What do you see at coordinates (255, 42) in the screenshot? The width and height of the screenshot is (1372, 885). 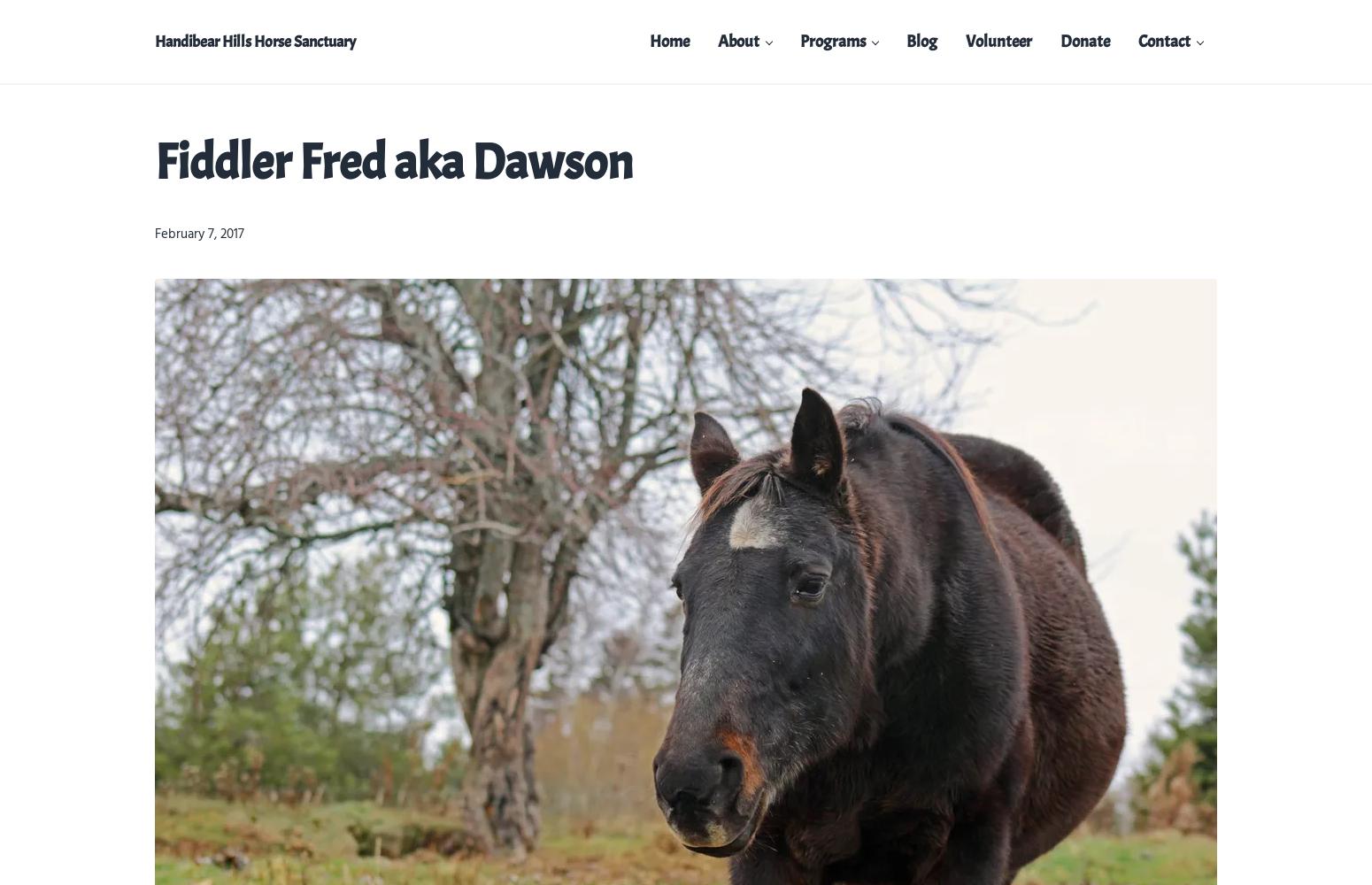 I see `'Handibear Hills Horse Sanctuary'` at bounding box center [255, 42].